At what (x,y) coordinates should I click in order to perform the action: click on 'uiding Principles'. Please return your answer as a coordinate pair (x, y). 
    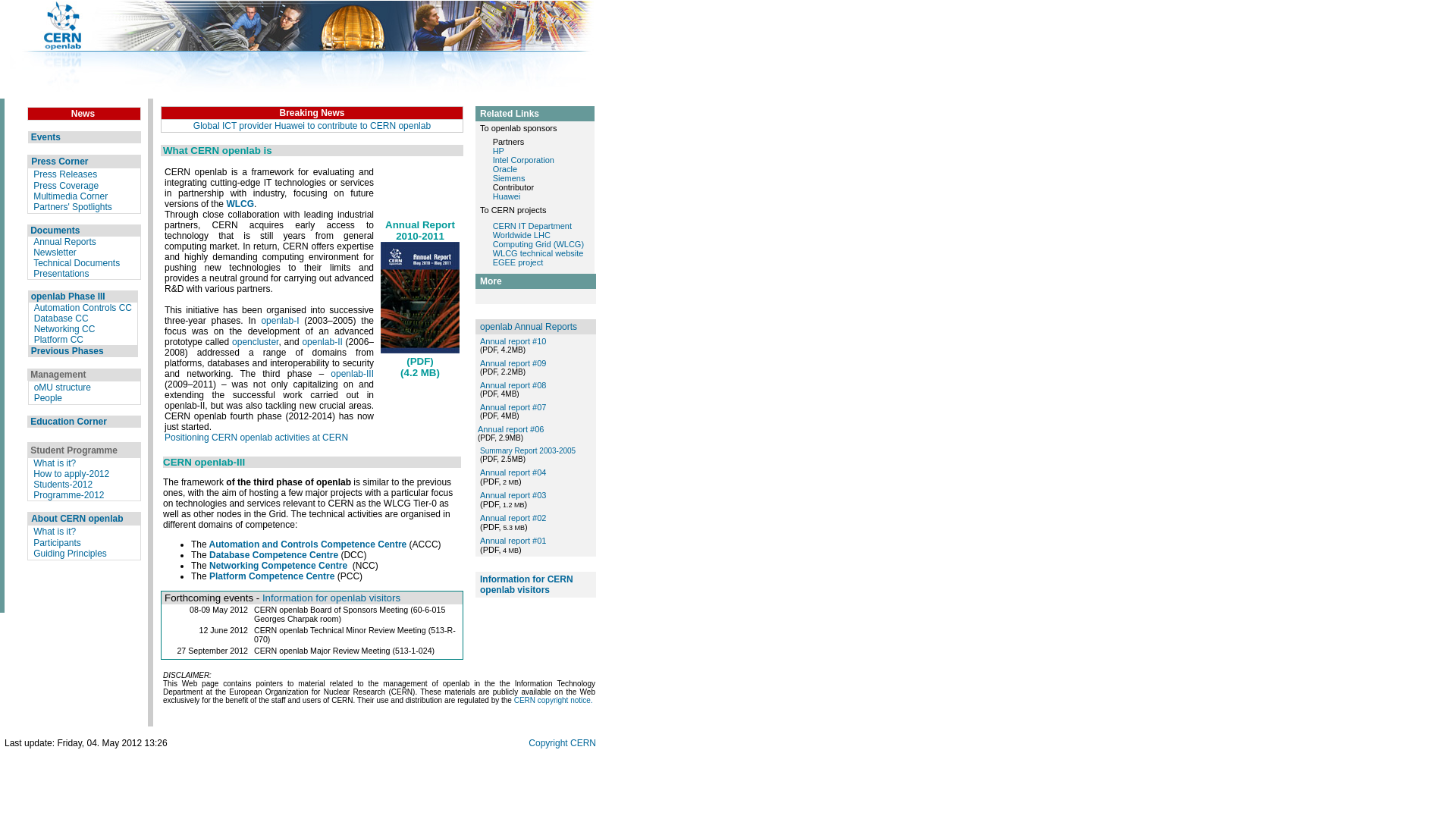
    Looking at the image, I should click on (72, 553).